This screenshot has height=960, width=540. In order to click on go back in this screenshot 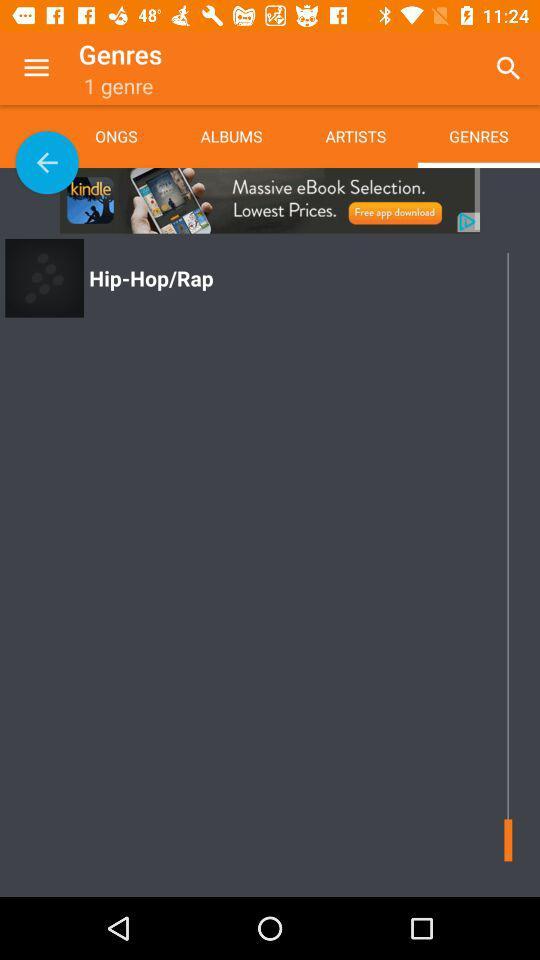, I will do `click(47, 161)`.